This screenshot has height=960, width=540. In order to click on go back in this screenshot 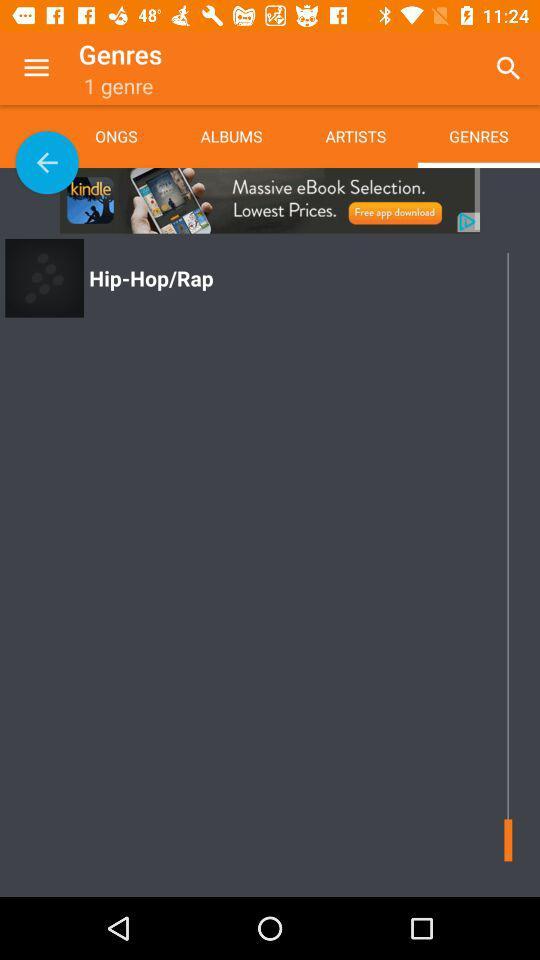, I will do `click(47, 161)`.